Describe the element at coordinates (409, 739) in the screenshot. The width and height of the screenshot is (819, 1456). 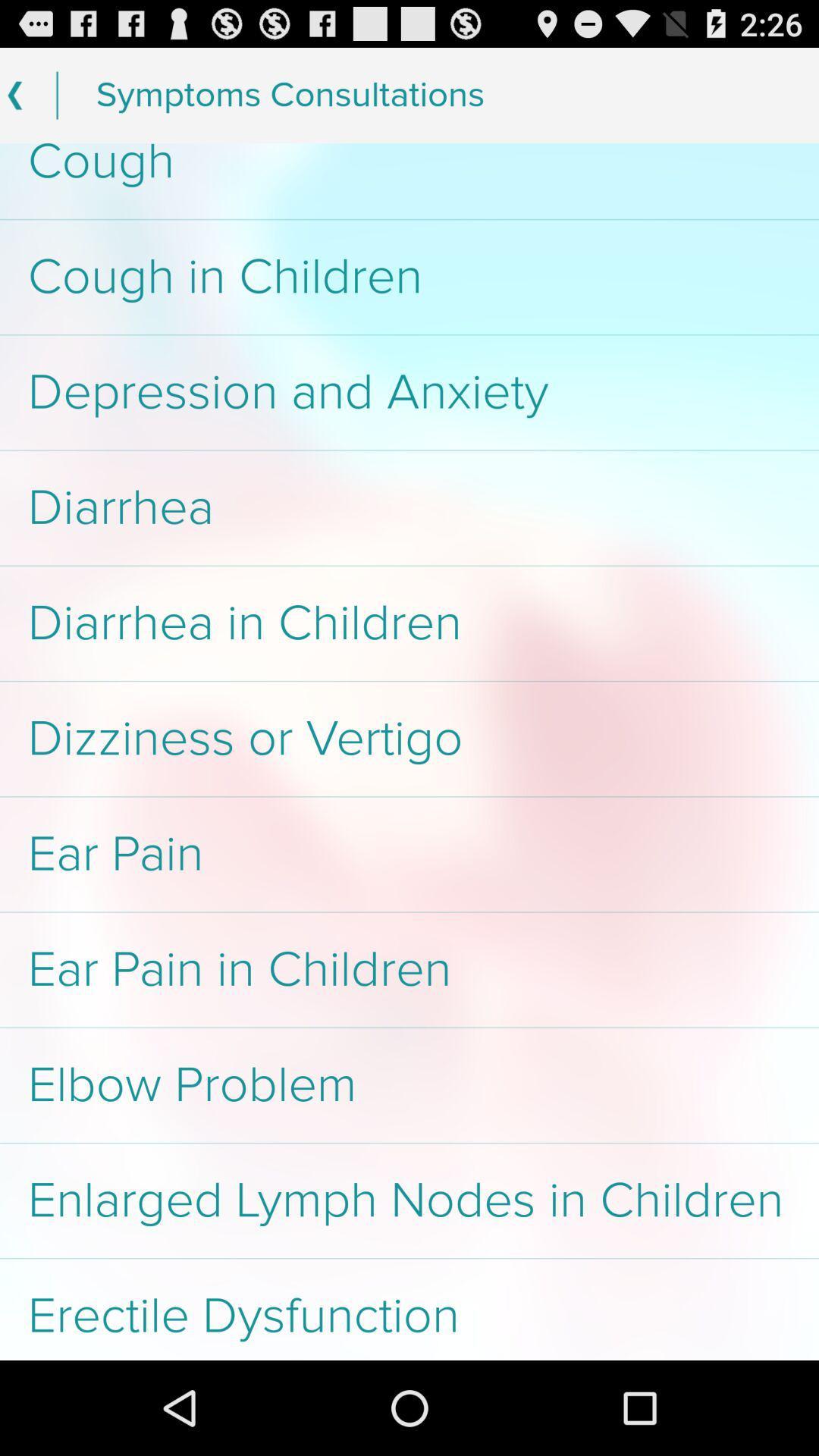
I see `item below diarrhea in children icon` at that location.